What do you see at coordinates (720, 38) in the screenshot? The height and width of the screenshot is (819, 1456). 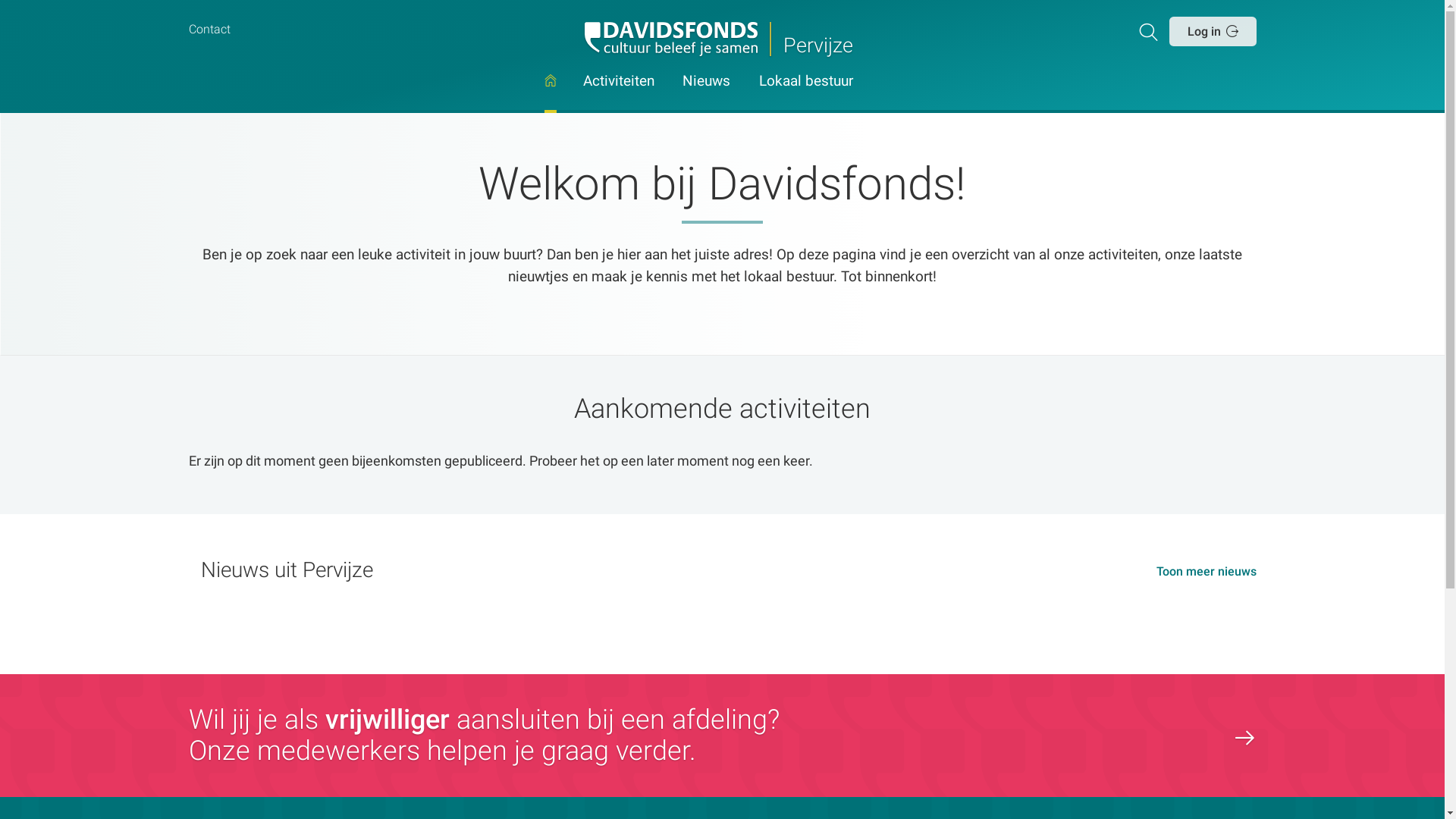 I see `'Pervijze'` at bounding box center [720, 38].